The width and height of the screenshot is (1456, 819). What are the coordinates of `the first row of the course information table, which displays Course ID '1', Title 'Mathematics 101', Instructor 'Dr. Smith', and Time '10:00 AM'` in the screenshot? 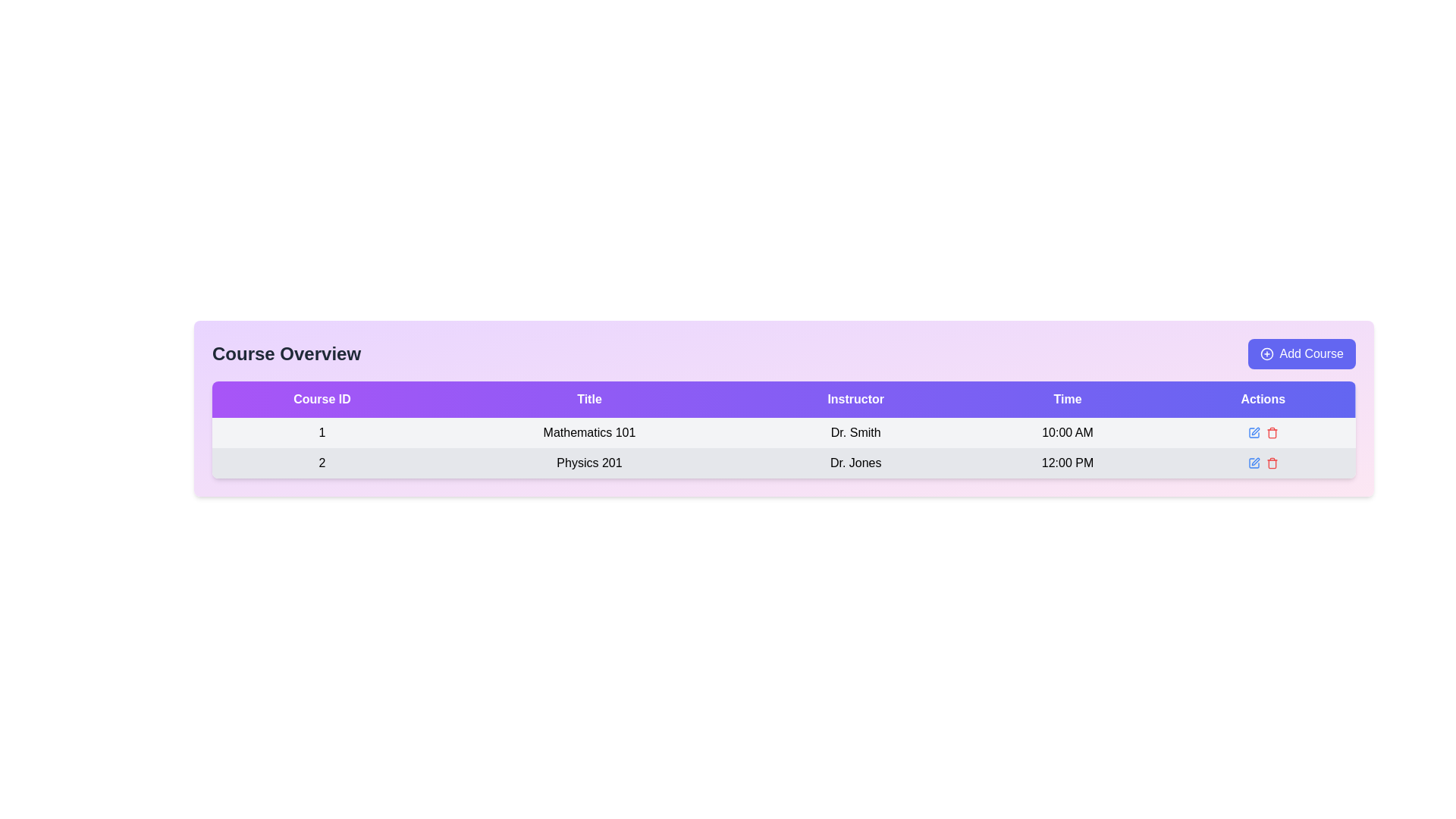 It's located at (783, 432).